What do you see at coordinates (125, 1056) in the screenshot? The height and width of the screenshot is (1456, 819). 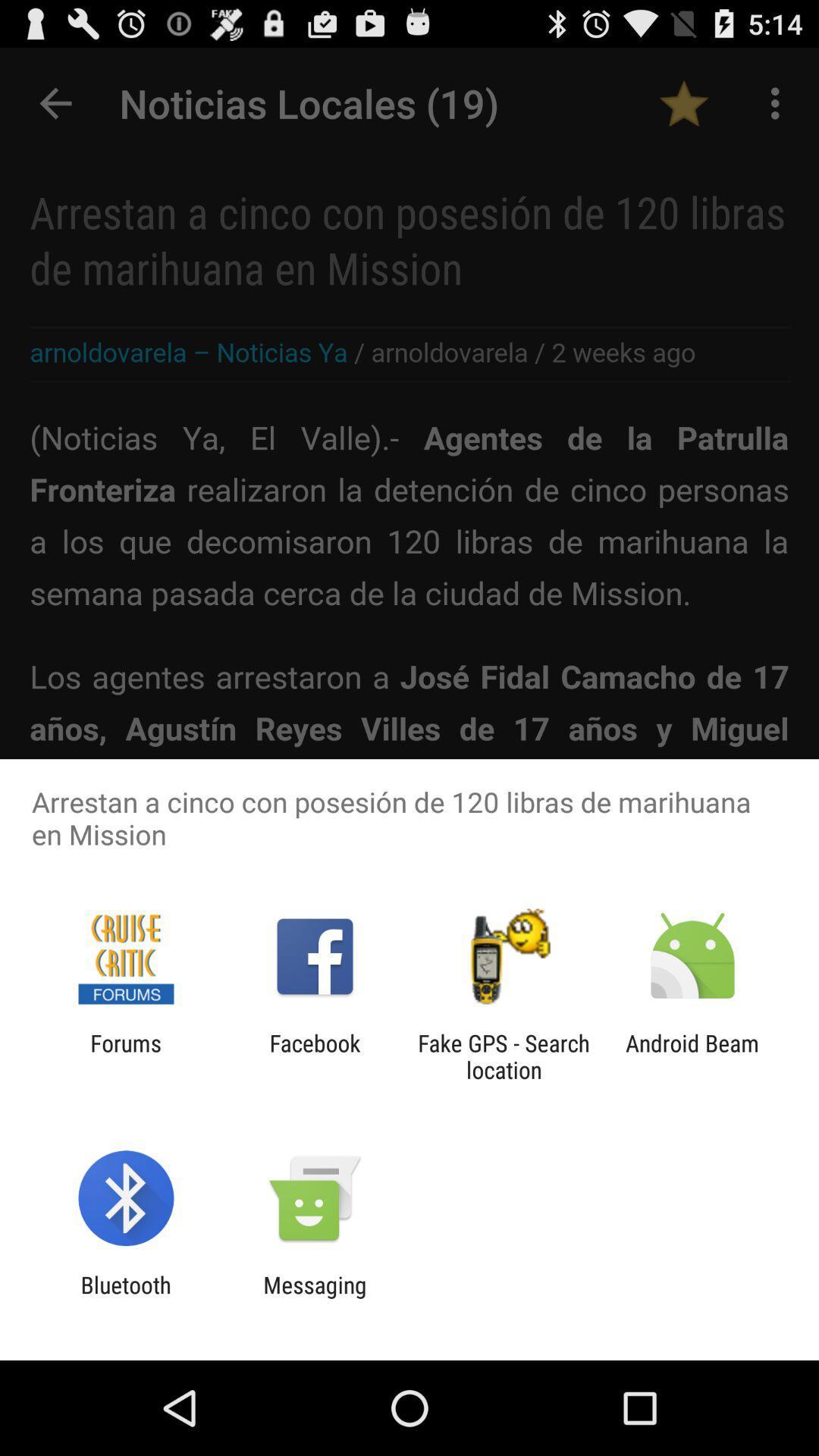 I see `the forums item` at bounding box center [125, 1056].